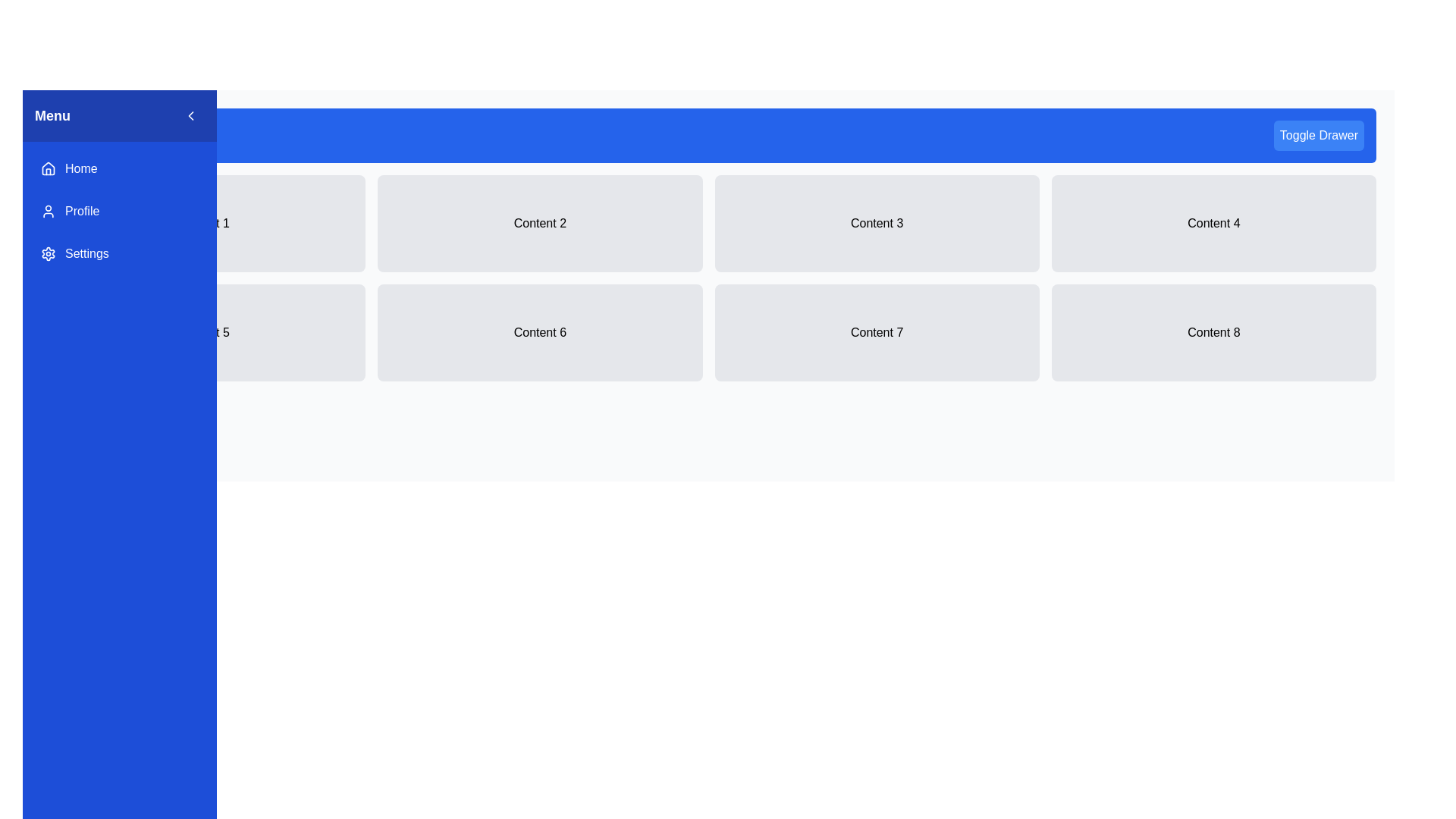 The height and width of the screenshot is (819, 1456). I want to click on the rectangular placeholder element with rounded corners and light gray background that contains the text 'Content 7', located in the second row and third column of the grid, so click(877, 332).